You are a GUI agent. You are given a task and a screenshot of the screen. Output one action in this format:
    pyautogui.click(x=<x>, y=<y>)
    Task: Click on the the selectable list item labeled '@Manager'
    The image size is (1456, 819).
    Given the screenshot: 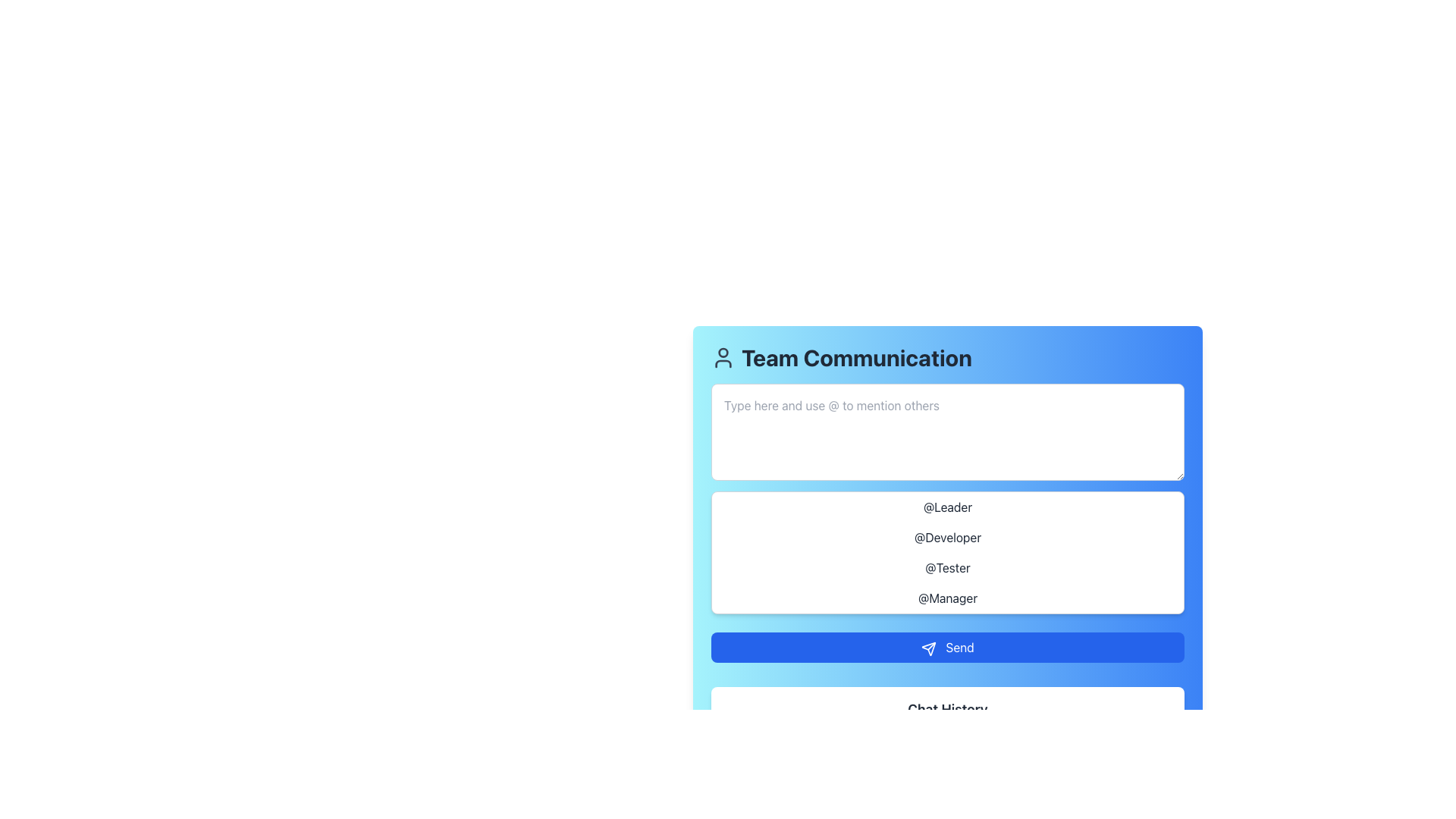 What is the action you would take?
    pyautogui.click(x=946, y=598)
    